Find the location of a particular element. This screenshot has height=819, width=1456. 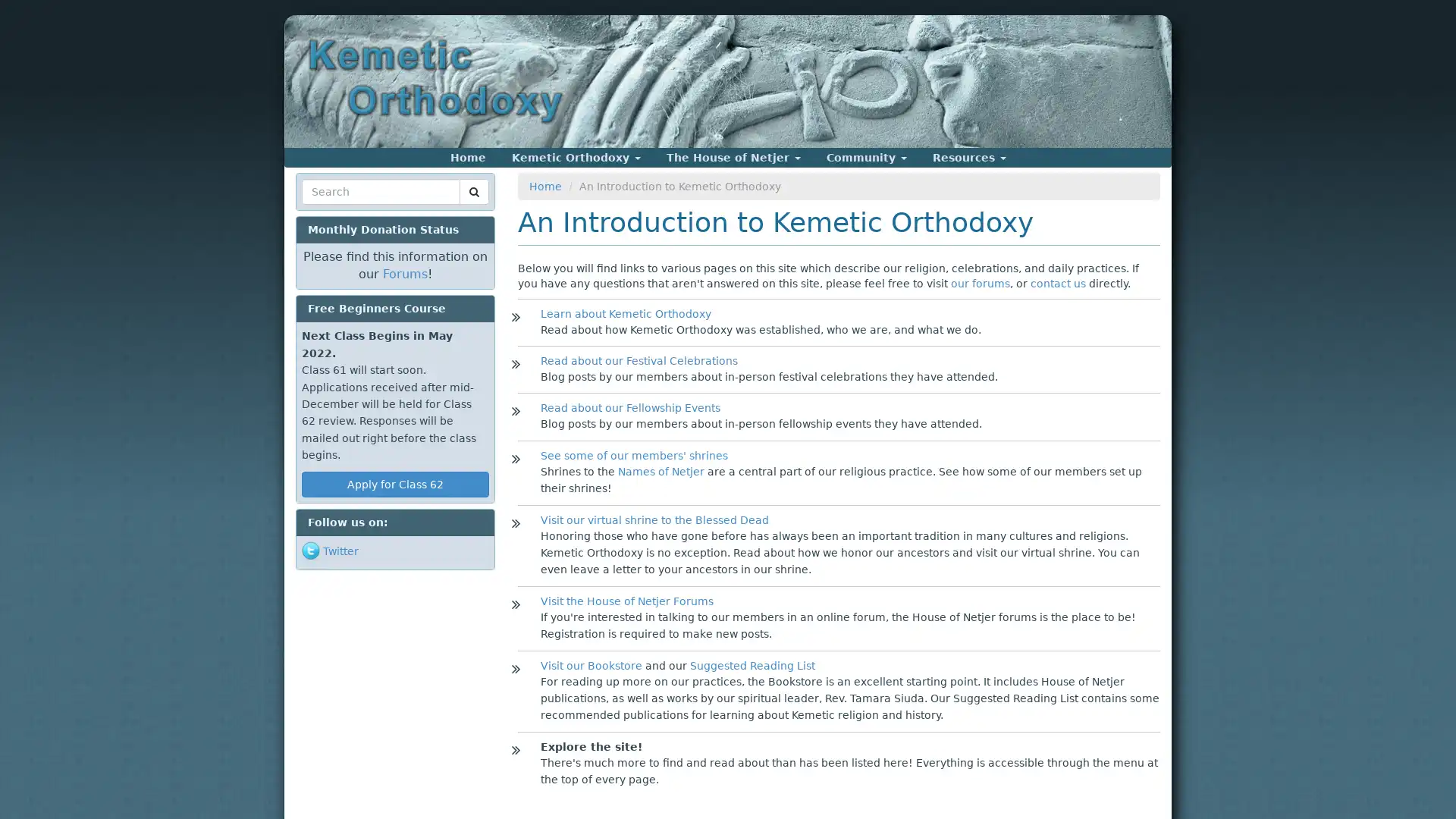

Search is located at coordinates (330, 210).